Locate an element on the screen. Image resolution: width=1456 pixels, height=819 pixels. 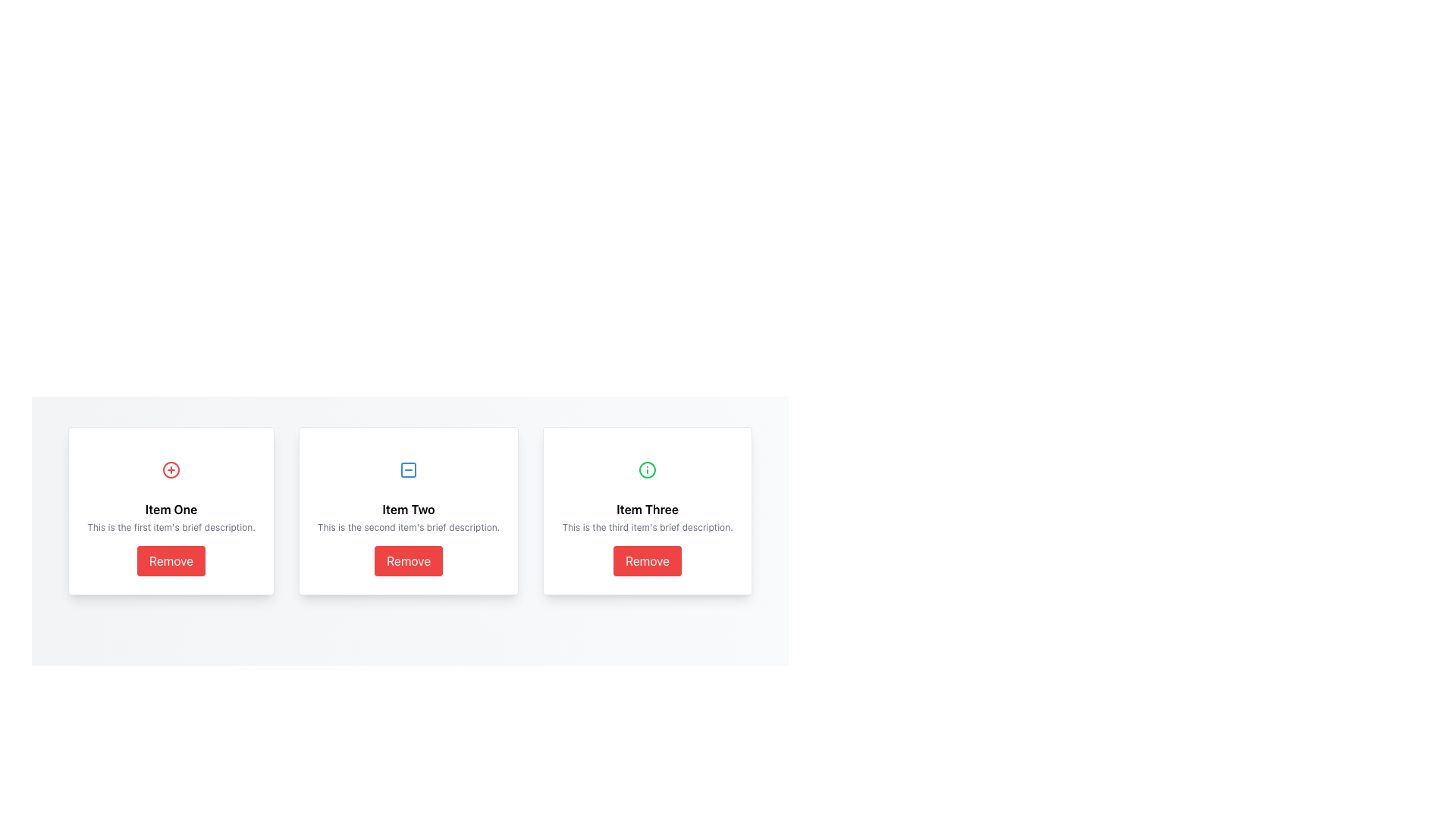
the 'remove' icon located in the top section of the 'Item Two' card is located at coordinates (409, 469).